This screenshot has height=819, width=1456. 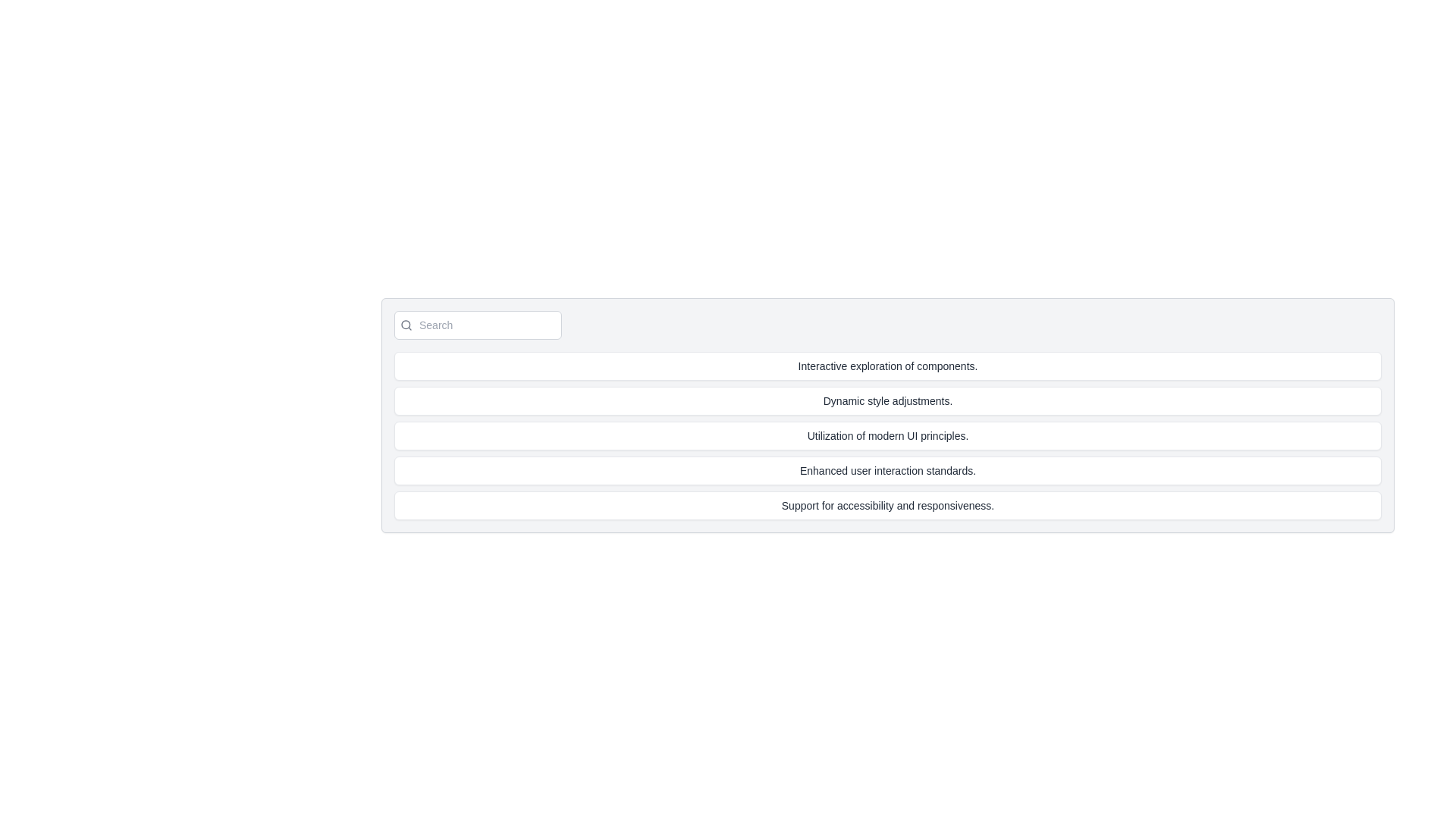 What do you see at coordinates (928, 470) in the screenshot?
I see `the letter 's' in the word 'standards' which is the last character of the sentence 'Enhanced user interaction standards.'` at bounding box center [928, 470].